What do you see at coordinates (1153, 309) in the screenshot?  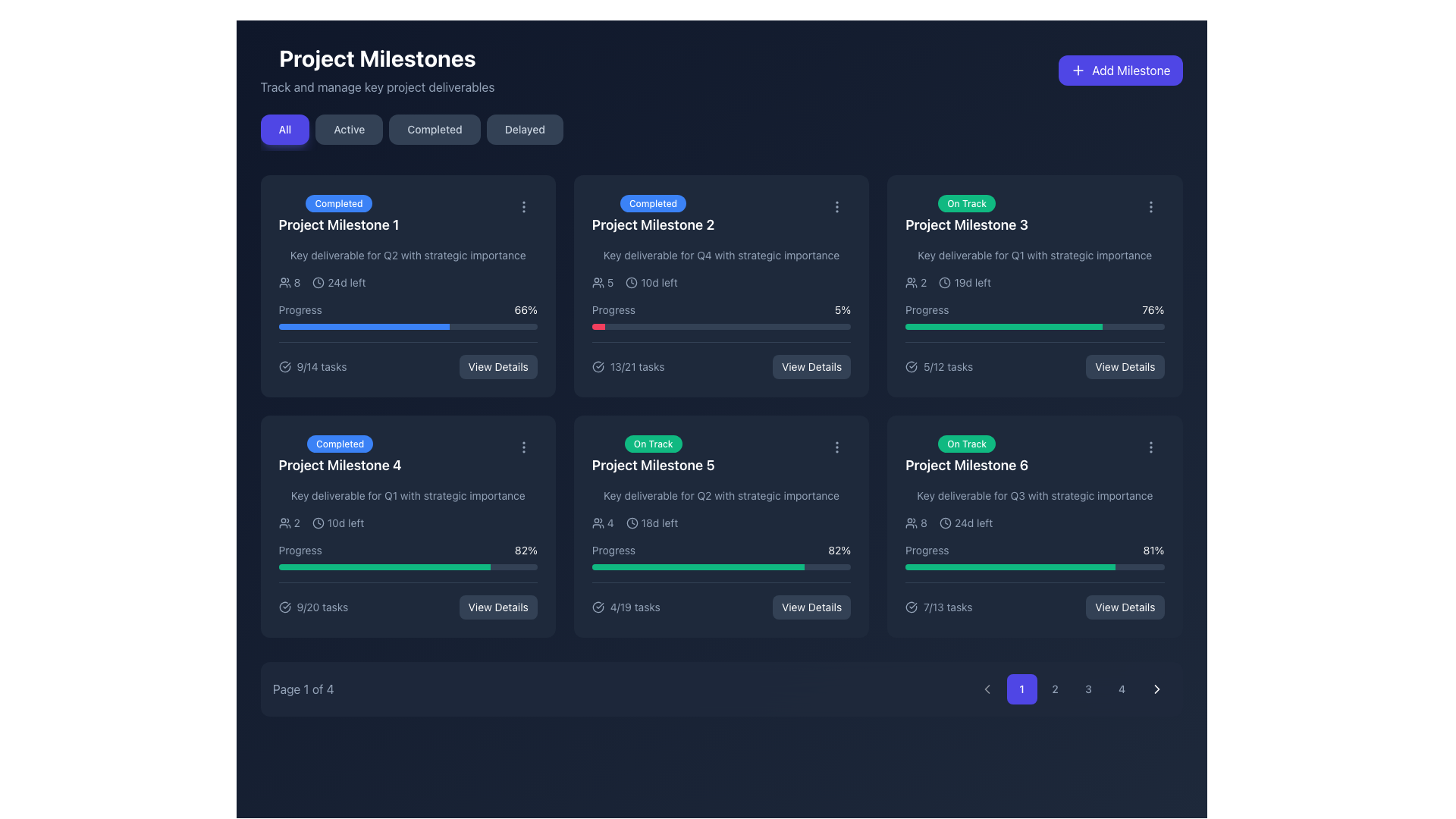 I see `the text label displaying '76%' in the 'Progress' section of the card for 'Project Milestone 3'` at bounding box center [1153, 309].